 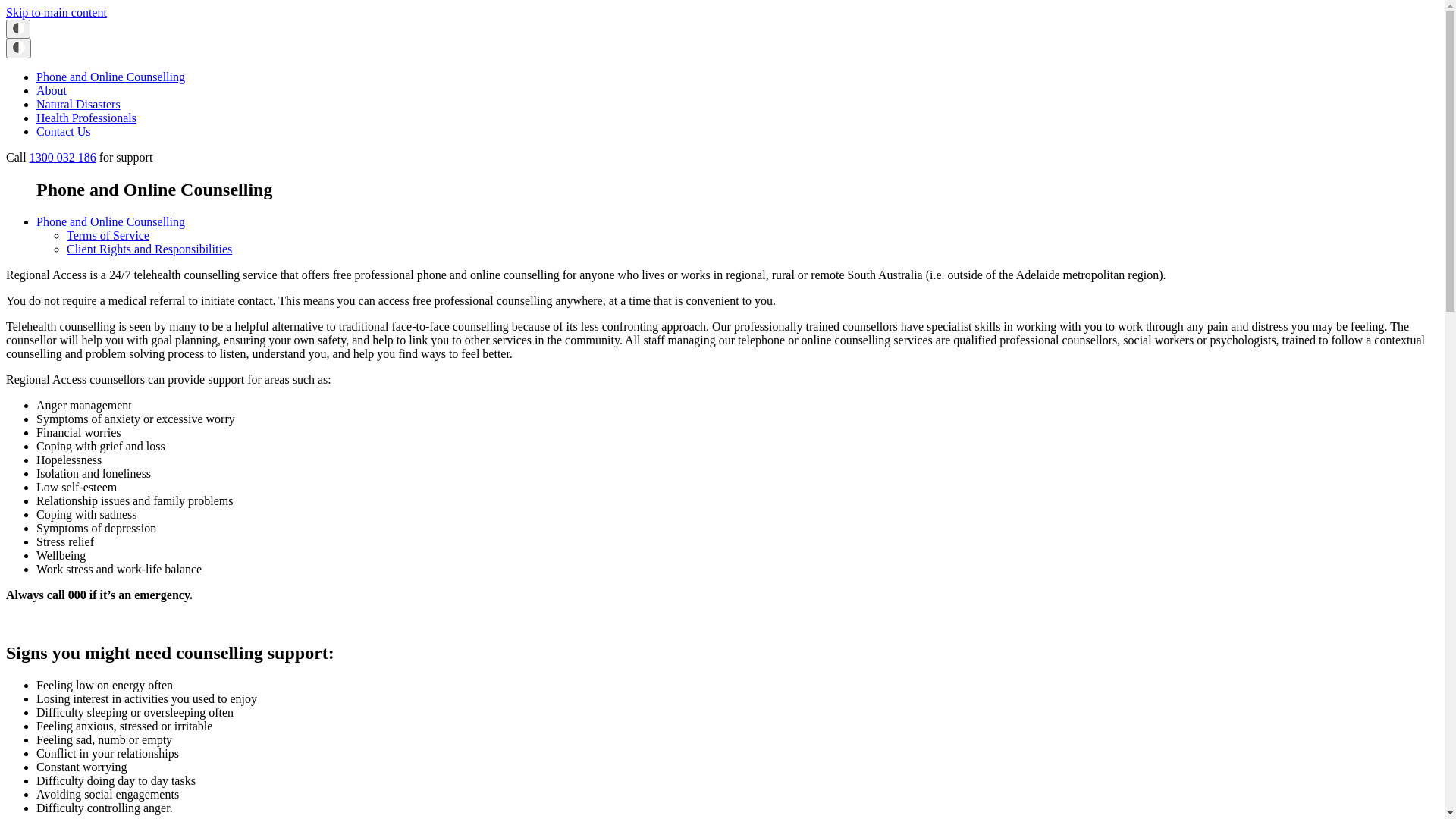 I want to click on '1300 032 186', so click(x=61, y=157).